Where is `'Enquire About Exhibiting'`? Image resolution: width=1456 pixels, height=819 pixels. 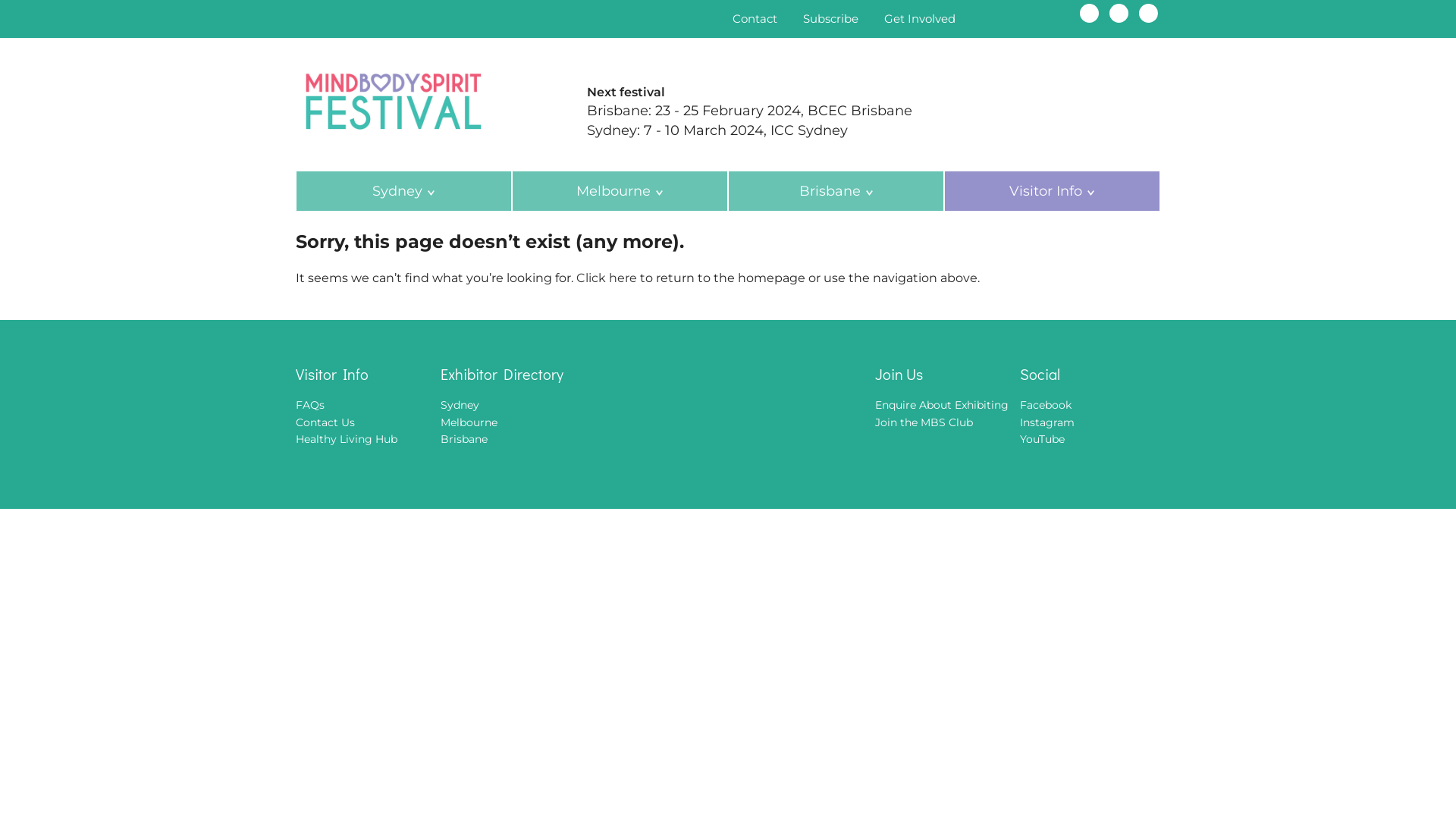 'Enquire About Exhibiting' is located at coordinates (941, 403).